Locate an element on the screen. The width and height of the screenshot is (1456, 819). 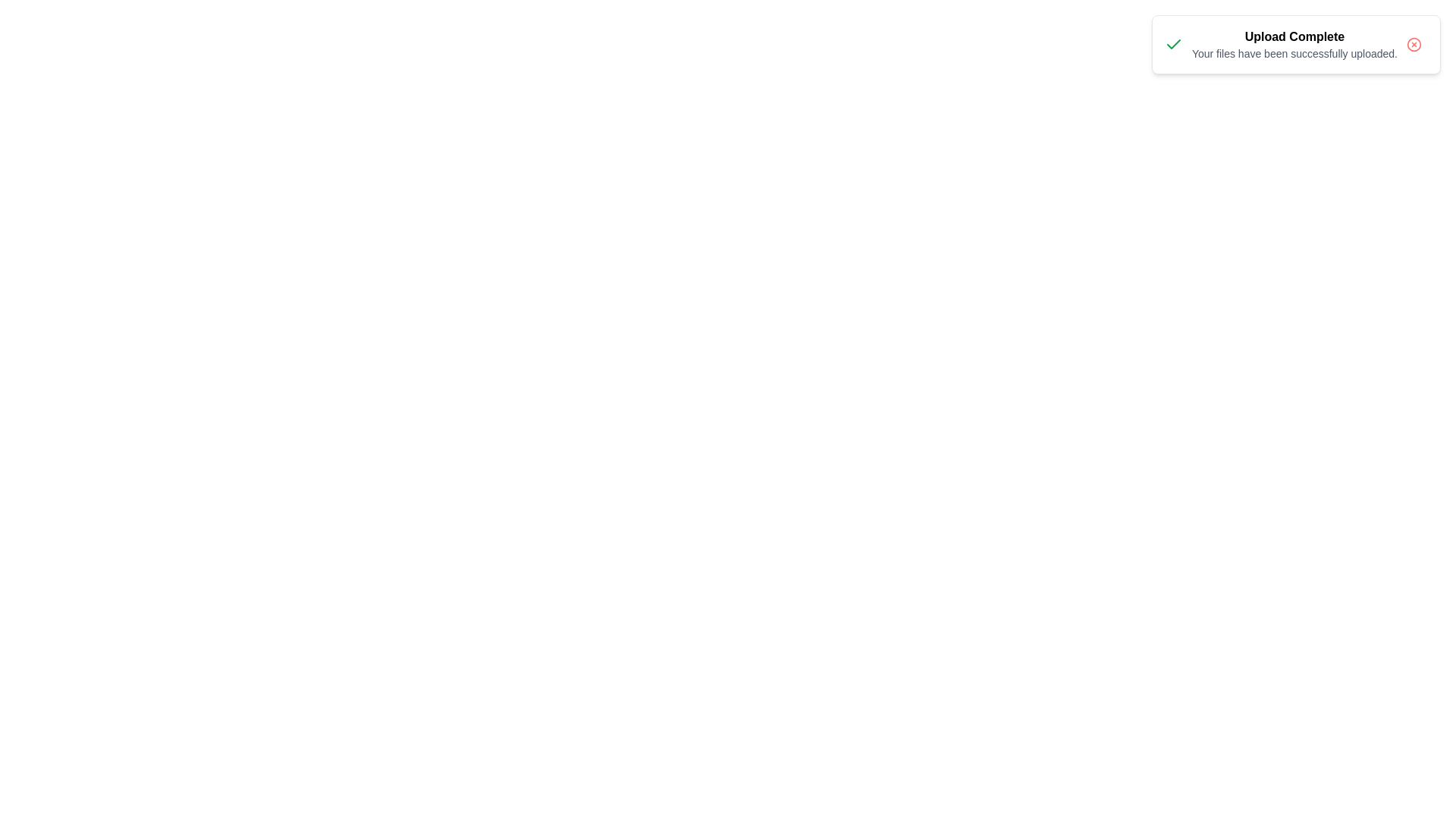
the notification panel is located at coordinates (1294, 43).